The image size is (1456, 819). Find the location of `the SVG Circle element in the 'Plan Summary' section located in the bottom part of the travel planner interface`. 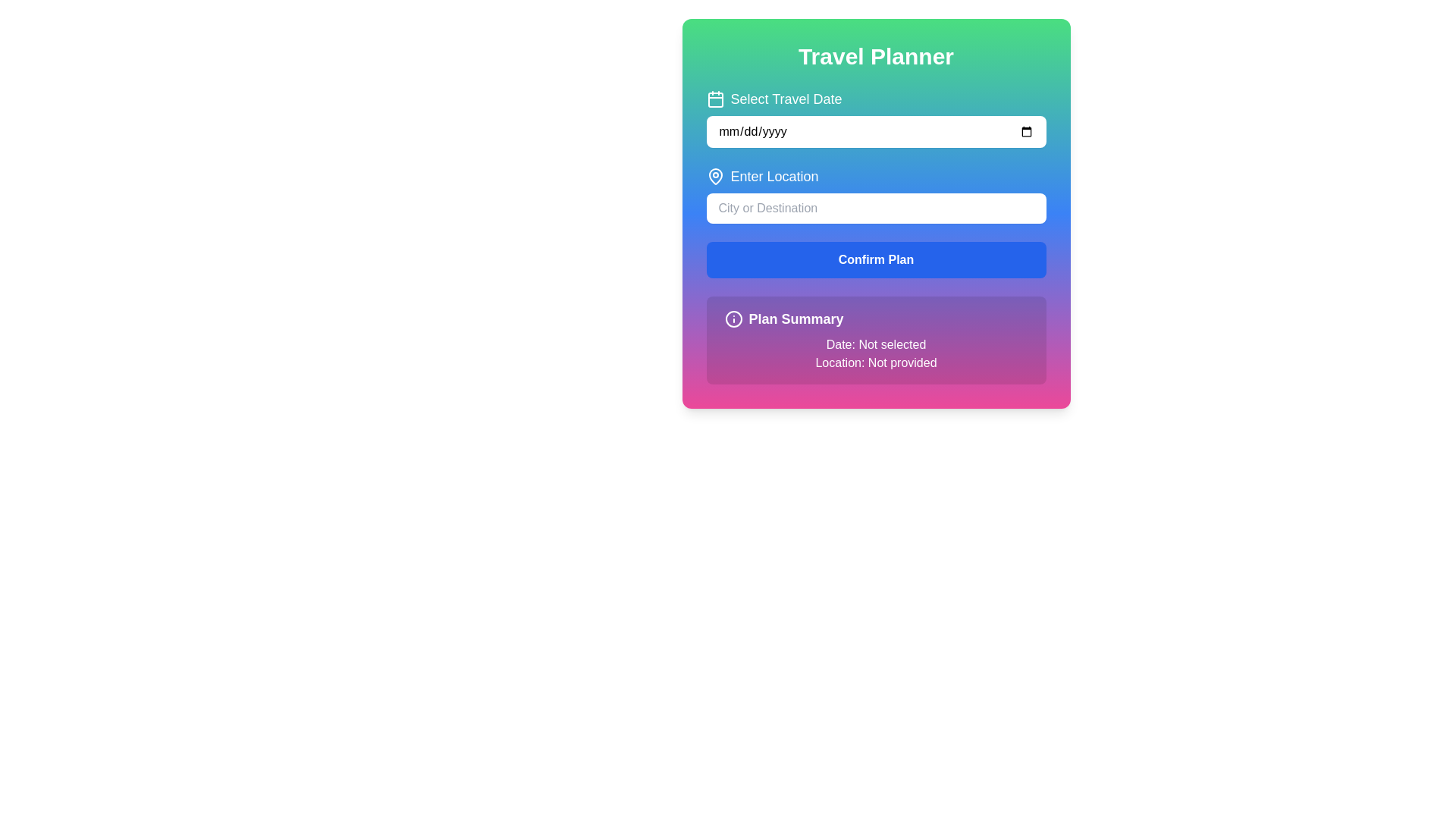

the SVG Circle element in the 'Plan Summary' section located in the bottom part of the travel planner interface is located at coordinates (733, 318).